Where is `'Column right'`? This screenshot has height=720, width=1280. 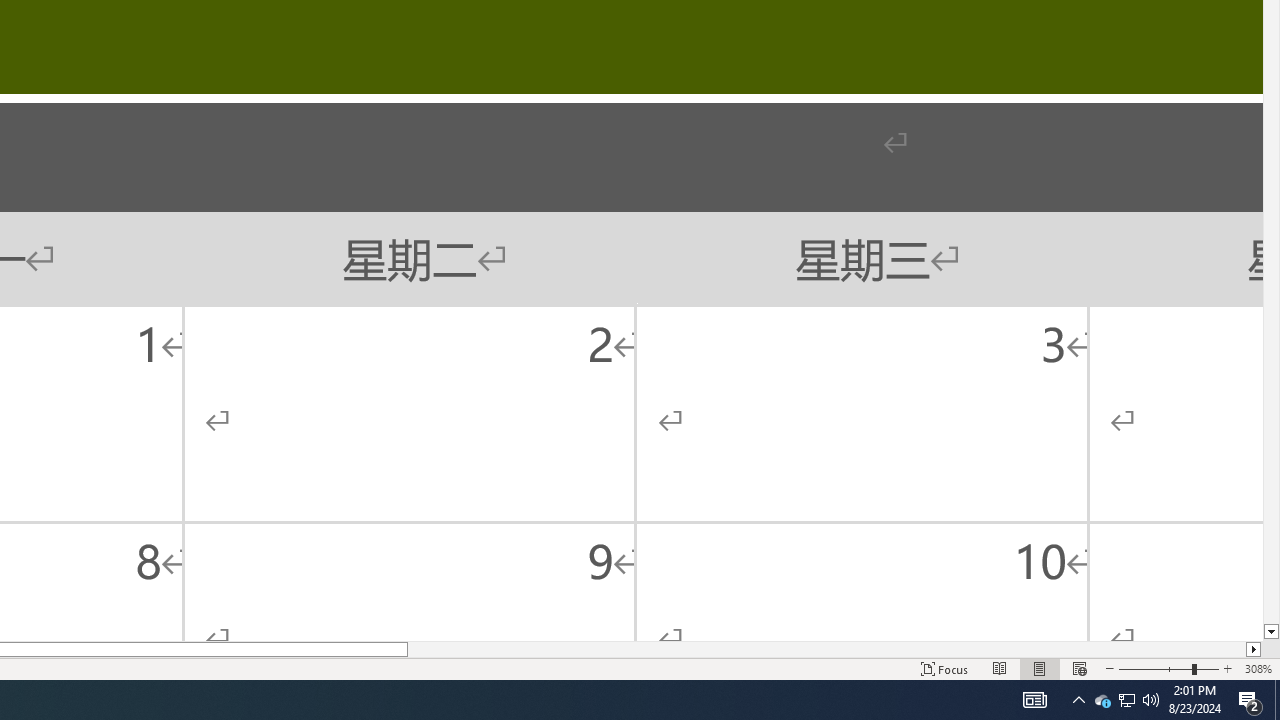
'Column right' is located at coordinates (1253, 649).